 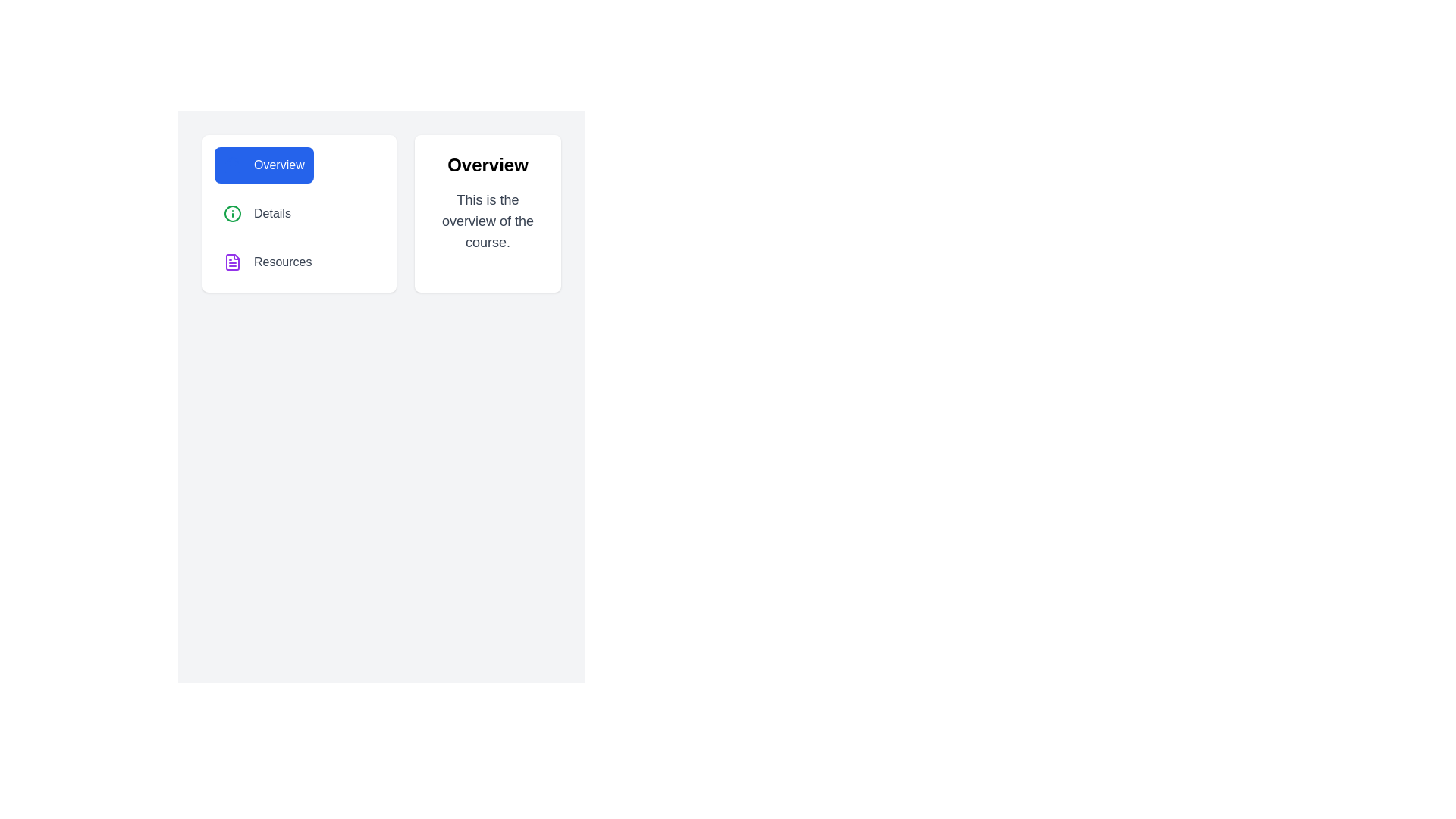 I want to click on the 'Overview' icon located inside the blue rectangular button on the left-hand side of the interface, positioned above the text 'Overview' in the first card of the grid layout, so click(x=232, y=164).